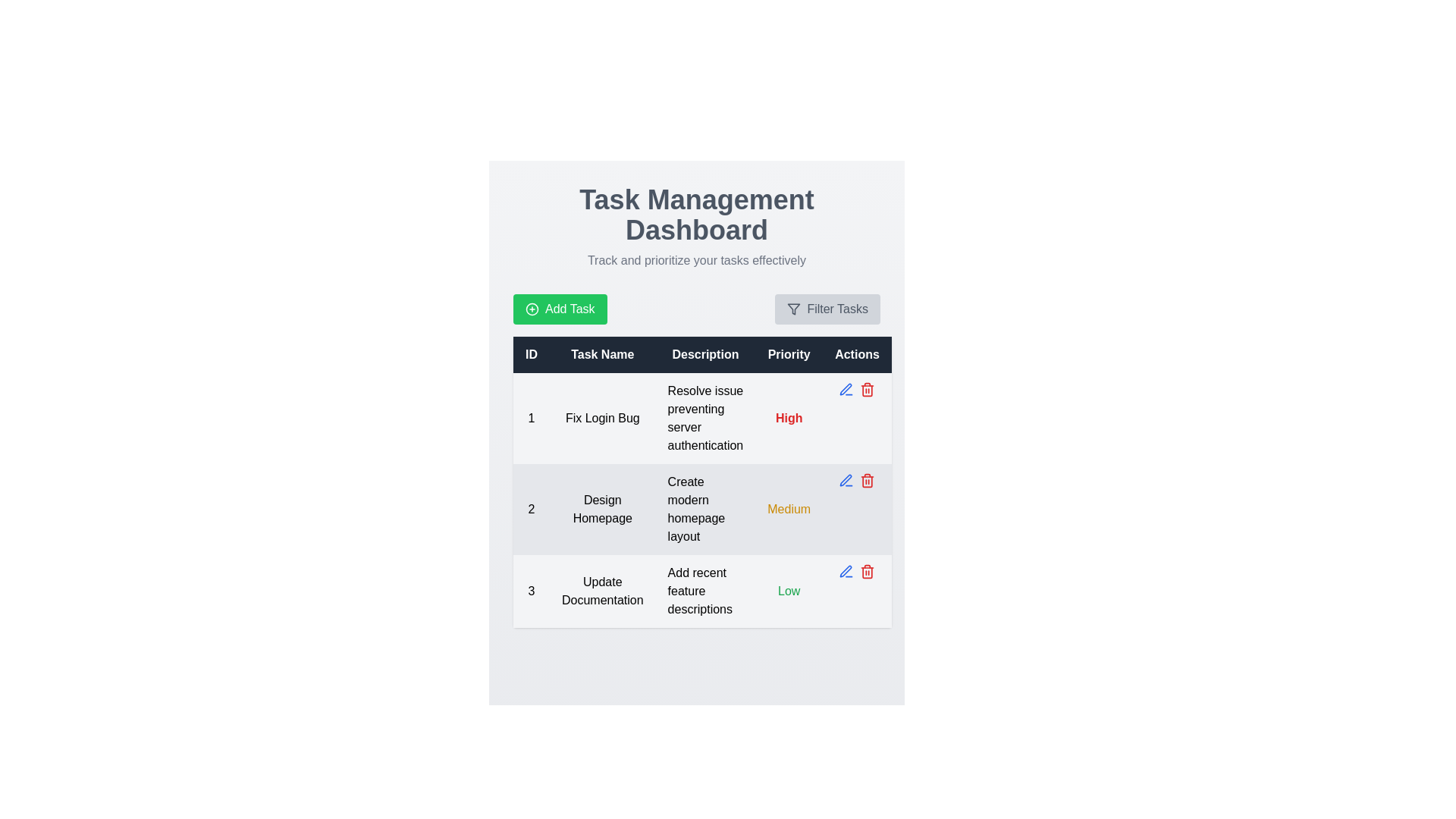  What do you see at coordinates (857, 354) in the screenshot?
I see `the Static Text Header labeled 'Actions', which is the fifth header cell in the table and is styled in bold white font on a dark background` at bounding box center [857, 354].